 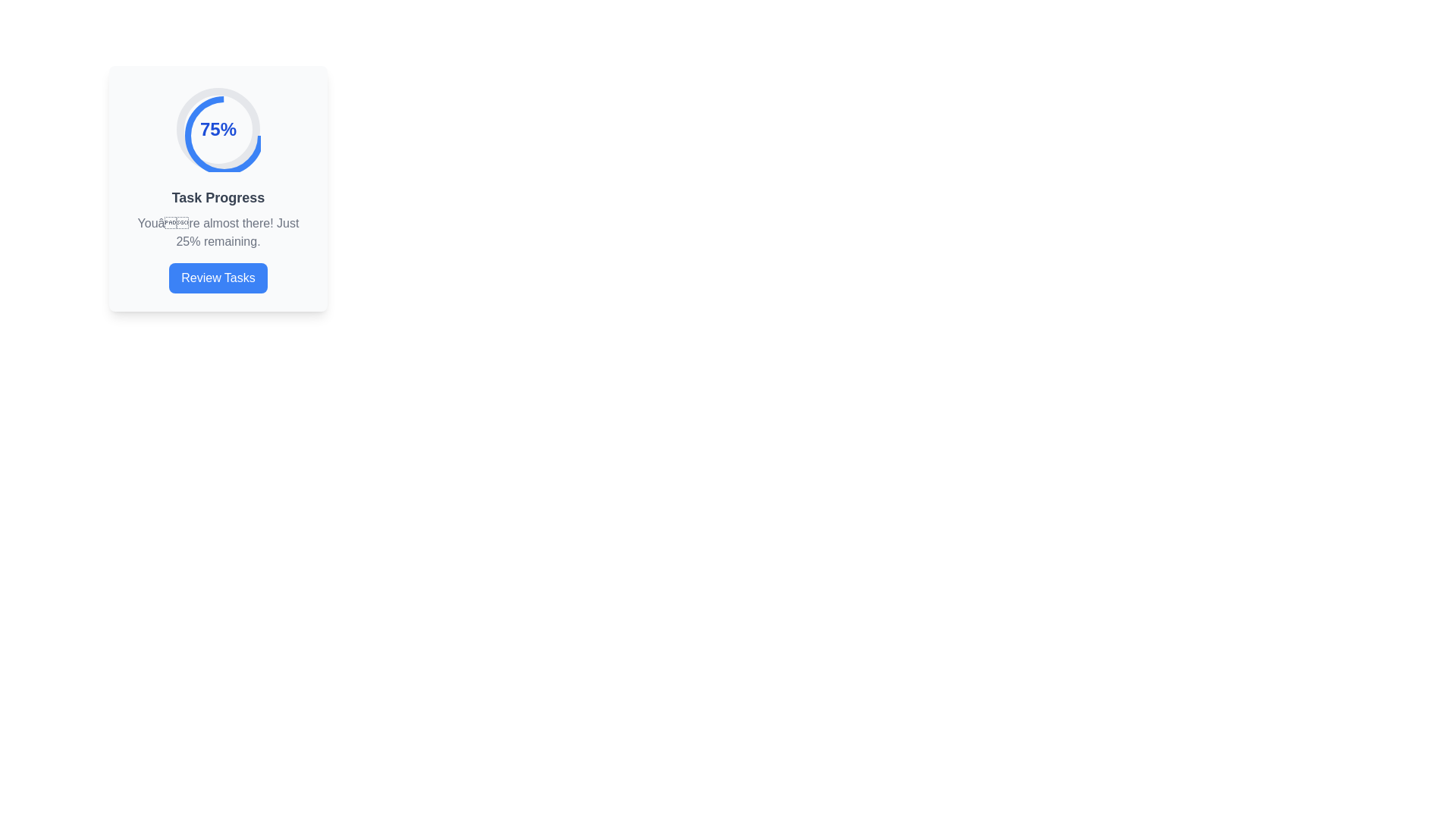 I want to click on the Circular Progress Indicator located at the top middle of the card layout to interact with it, so click(x=218, y=128).